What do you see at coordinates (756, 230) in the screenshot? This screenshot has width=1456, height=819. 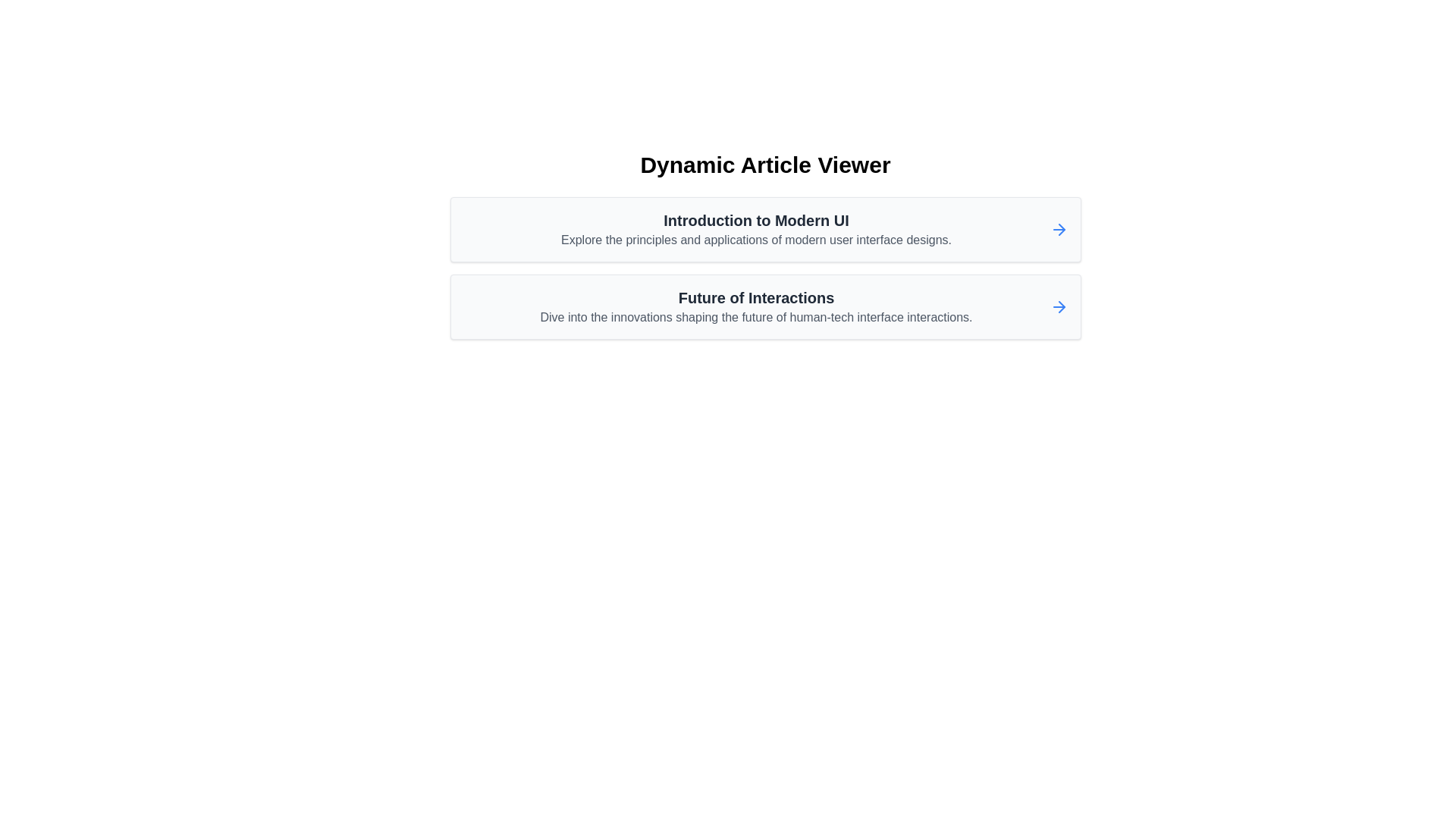 I see `the informational text block titled 'Introduction to Modern UI' which contains a subtitle about modern user interface designs, located centrally below the main header 'Dynamic Article Viewer.'` at bounding box center [756, 230].